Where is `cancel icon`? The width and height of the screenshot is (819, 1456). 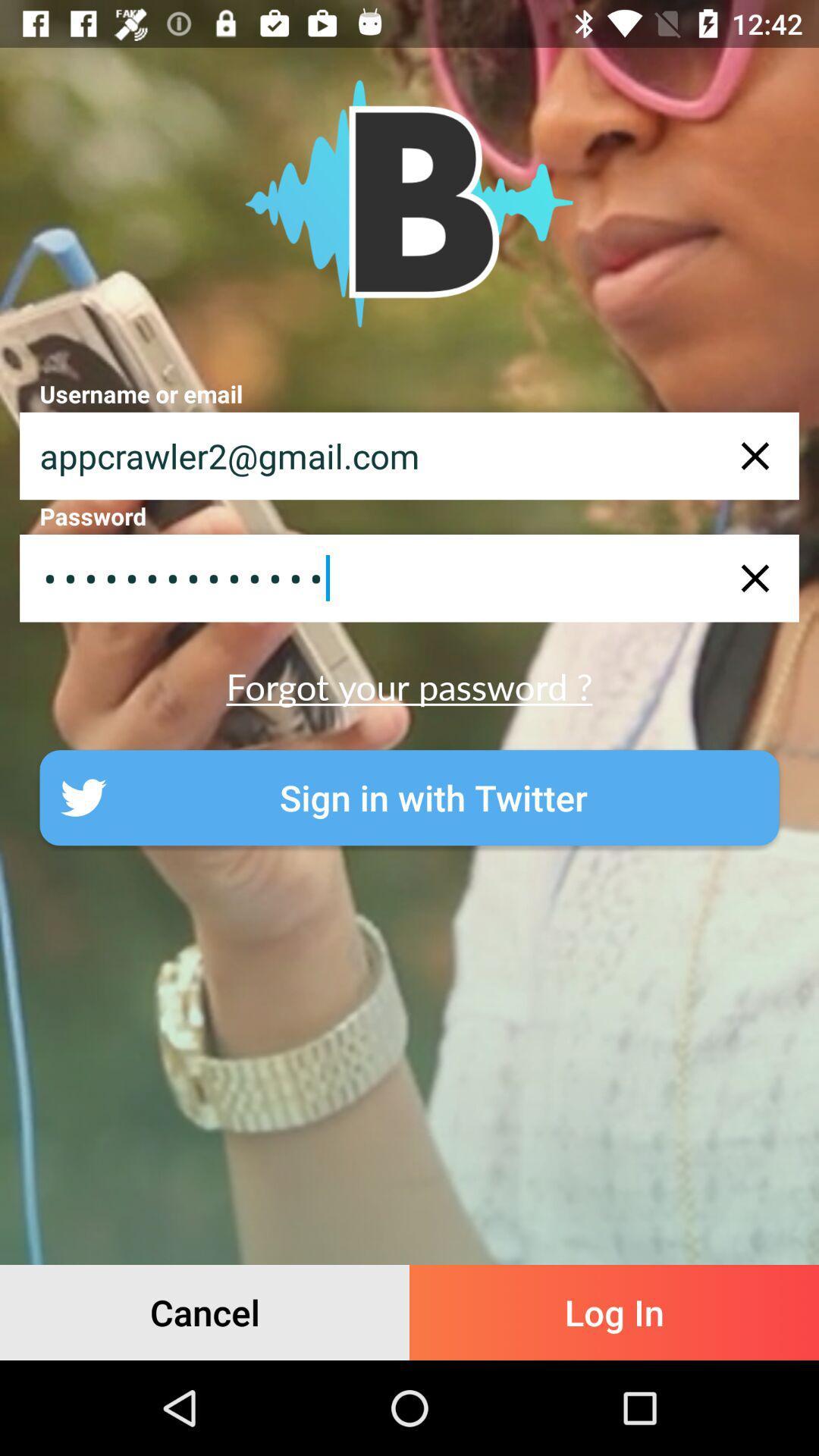 cancel icon is located at coordinates (205, 1312).